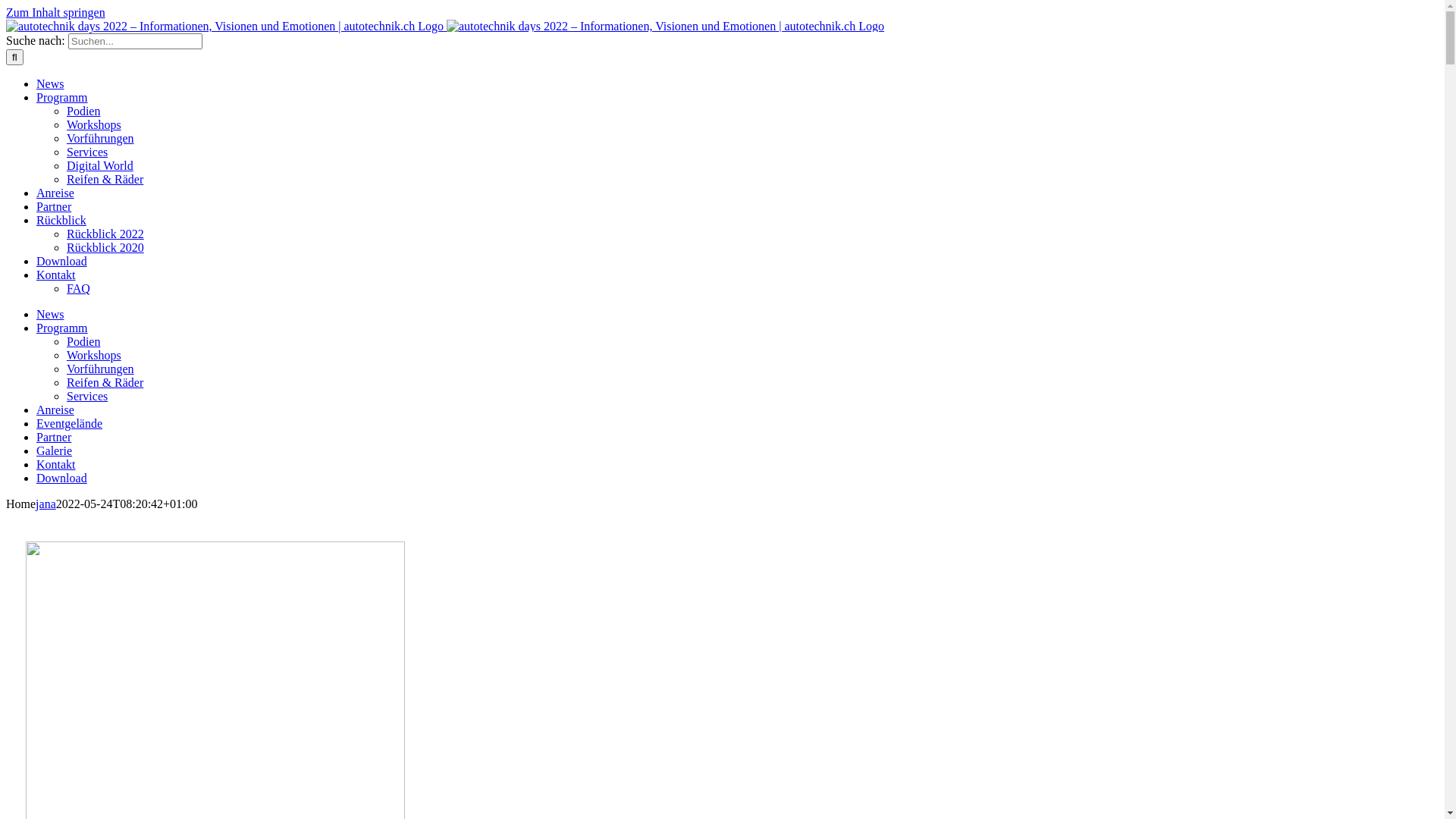 This screenshot has width=1456, height=819. Describe the element at coordinates (65, 124) in the screenshot. I see `'Workshops'` at that location.